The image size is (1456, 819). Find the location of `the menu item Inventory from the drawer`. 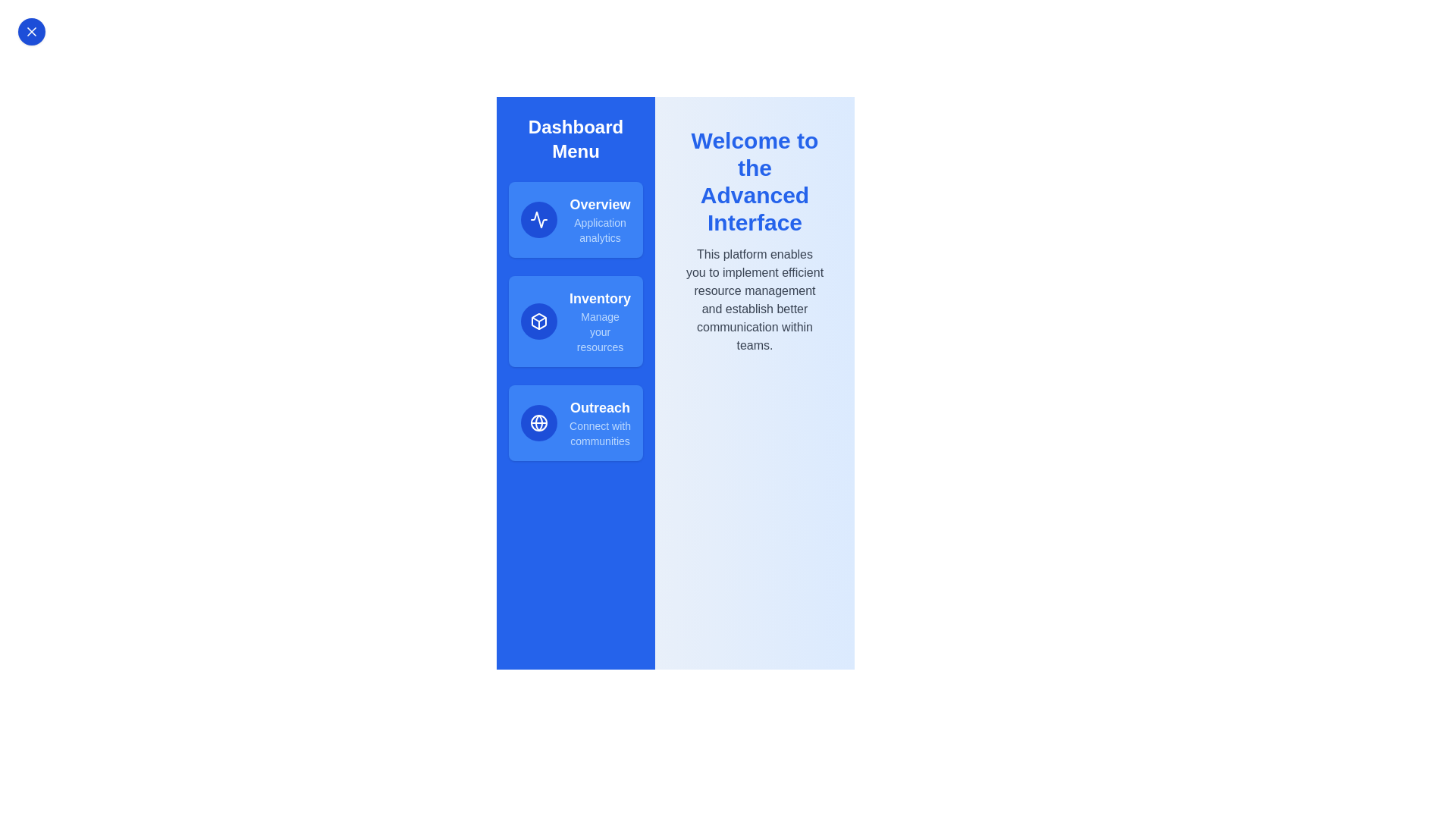

the menu item Inventory from the drawer is located at coordinates (575, 321).